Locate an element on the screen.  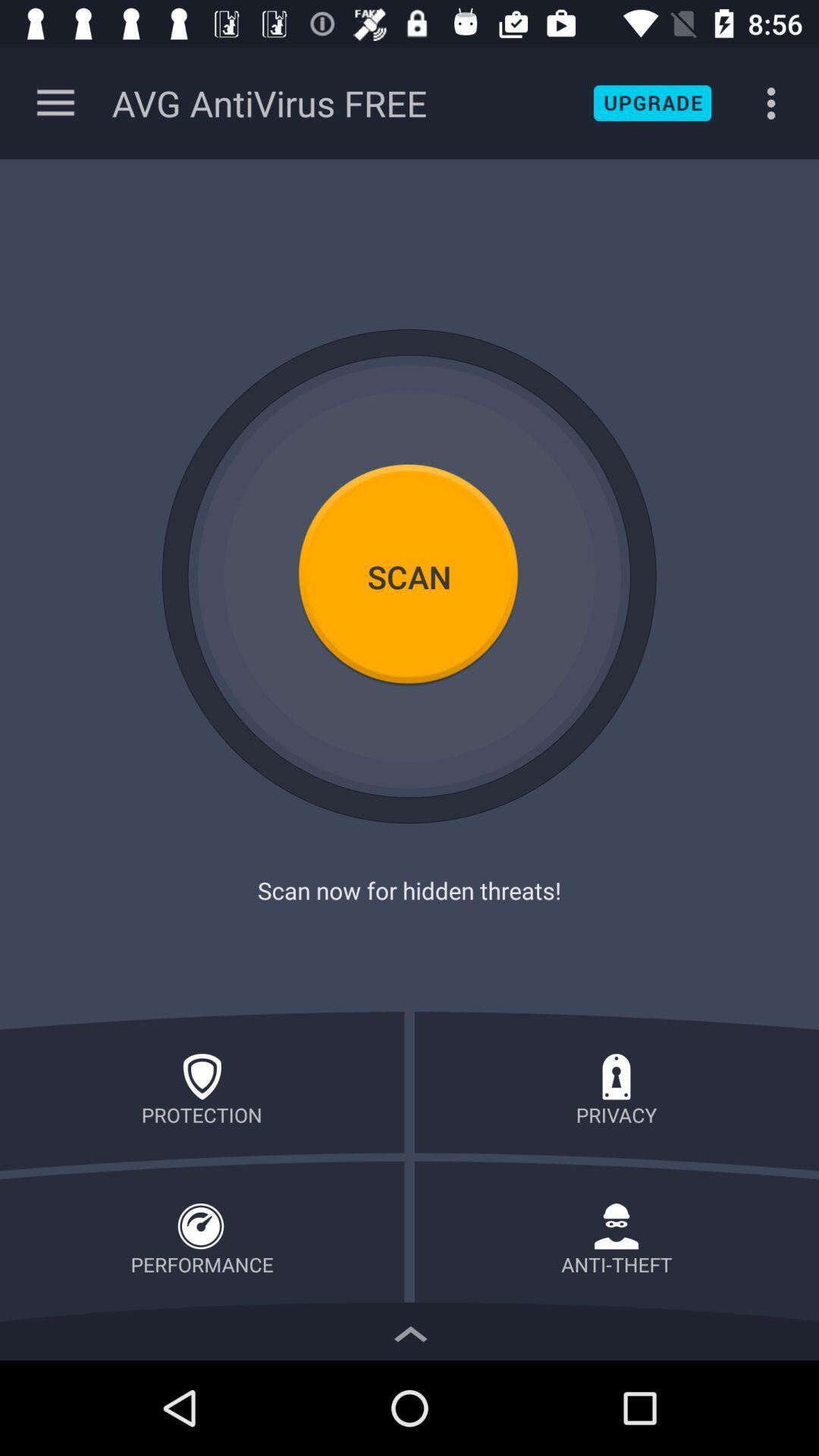
hidden screen is located at coordinates (409, 1329).